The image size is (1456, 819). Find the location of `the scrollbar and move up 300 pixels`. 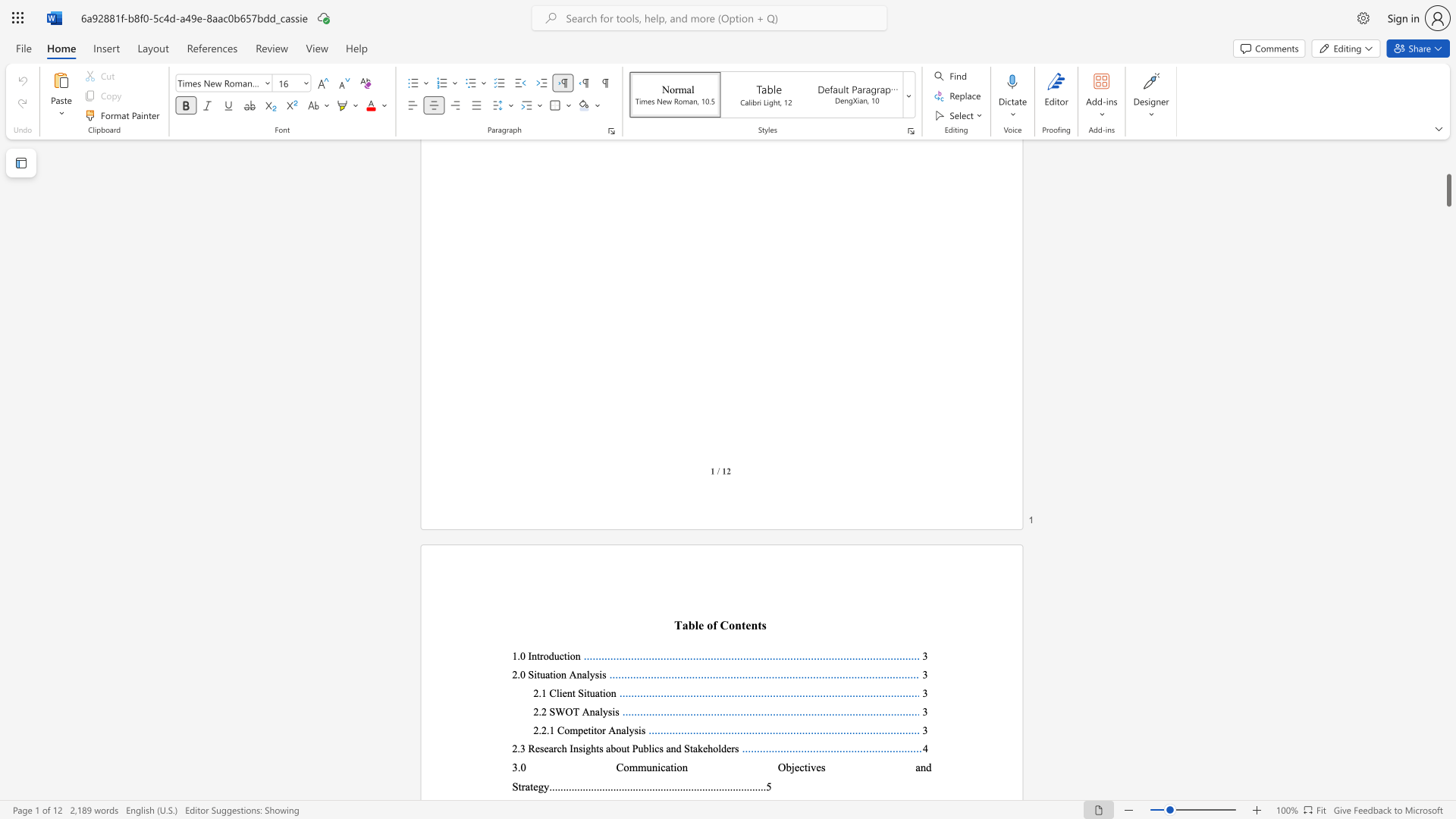

the scrollbar and move up 300 pixels is located at coordinates (1448, 190).